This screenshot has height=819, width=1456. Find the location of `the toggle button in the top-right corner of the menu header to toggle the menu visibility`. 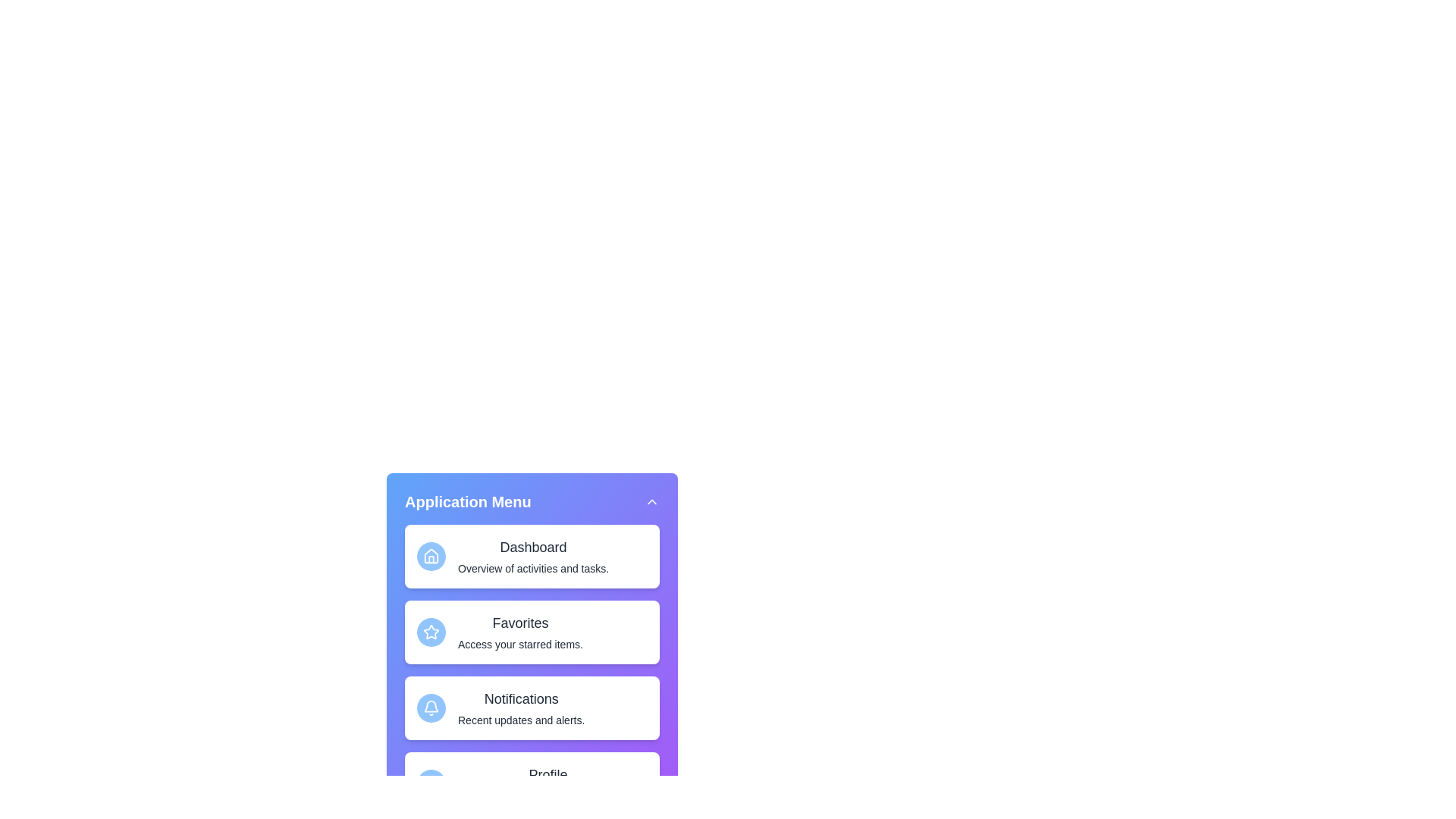

the toggle button in the top-right corner of the menu header to toggle the menu visibility is located at coordinates (651, 502).